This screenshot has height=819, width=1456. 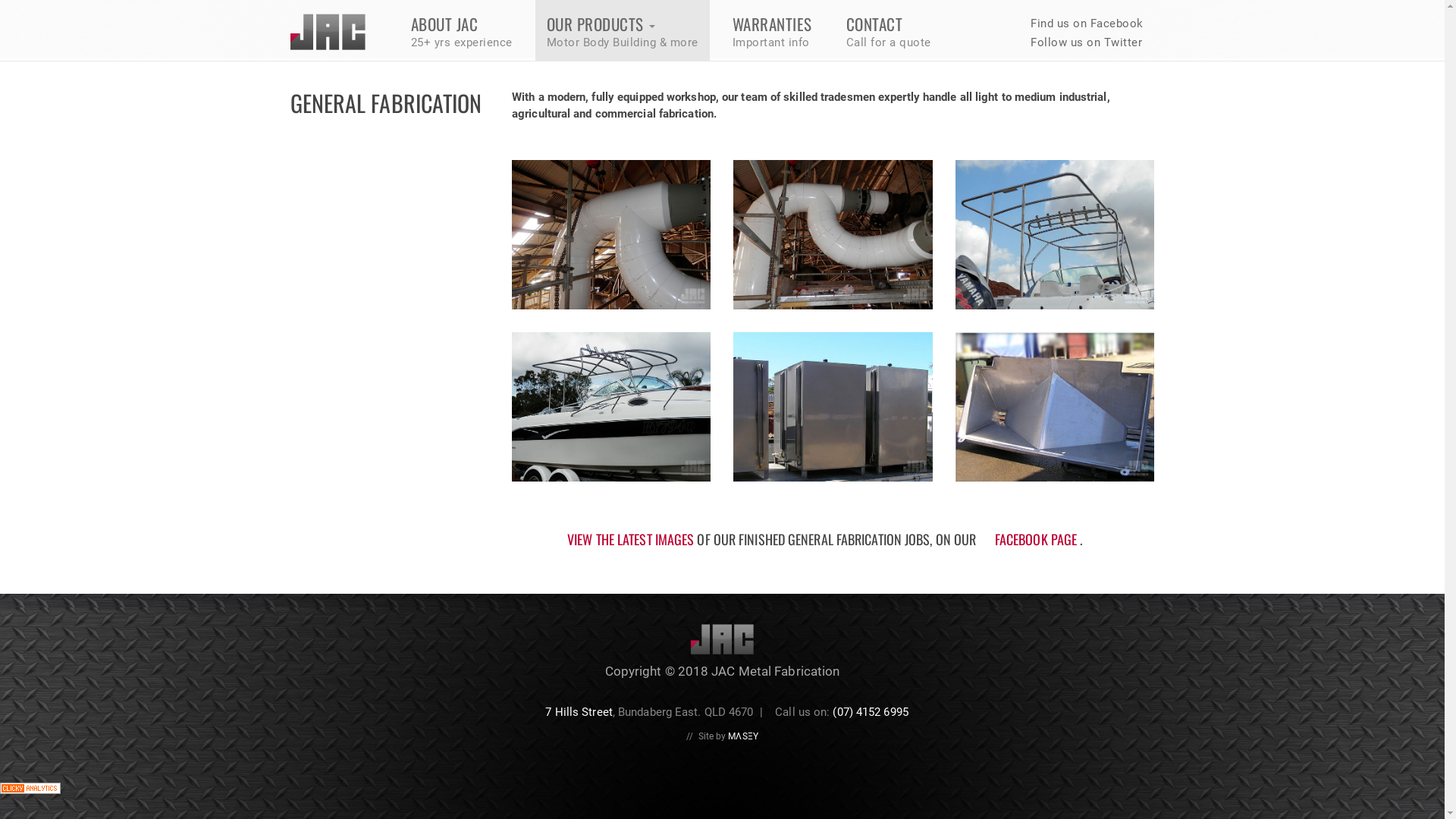 I want to click on 'FACEBOOK PAGE', so click(x=1035, y=538).